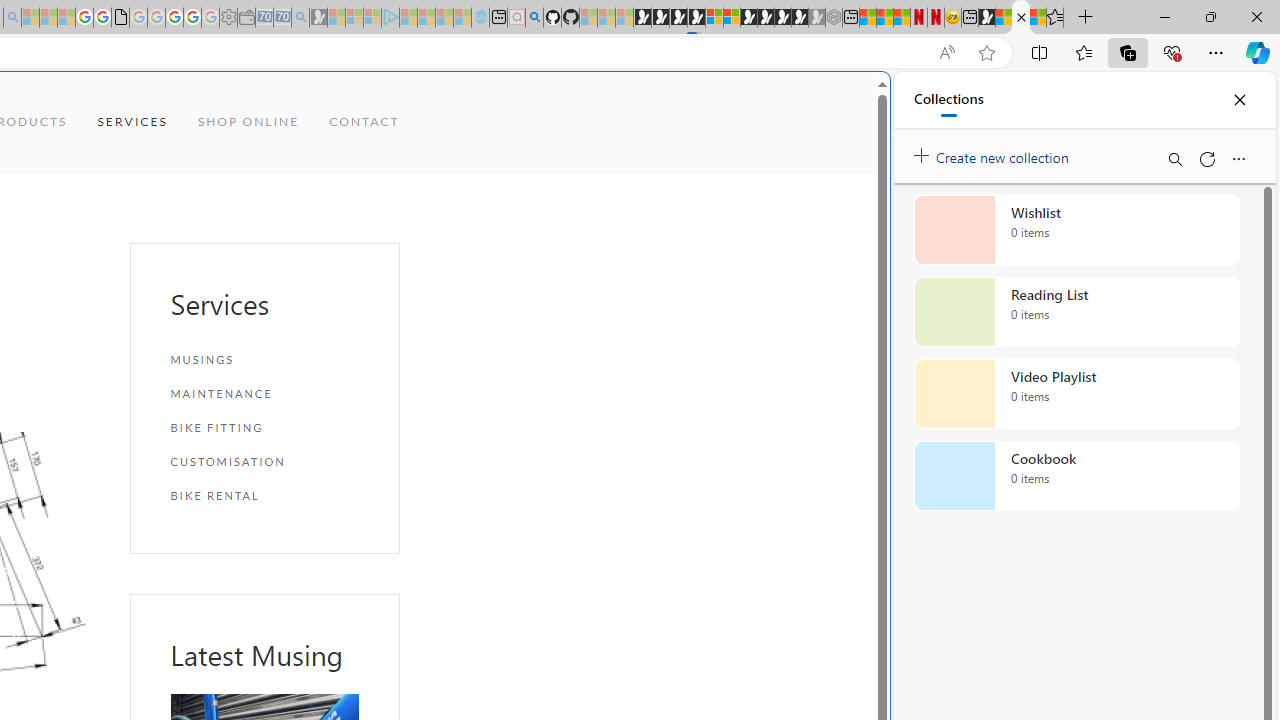 This screenshot has height=720, width=1280. I want to click on 'More options menu', so click(1237, 158).